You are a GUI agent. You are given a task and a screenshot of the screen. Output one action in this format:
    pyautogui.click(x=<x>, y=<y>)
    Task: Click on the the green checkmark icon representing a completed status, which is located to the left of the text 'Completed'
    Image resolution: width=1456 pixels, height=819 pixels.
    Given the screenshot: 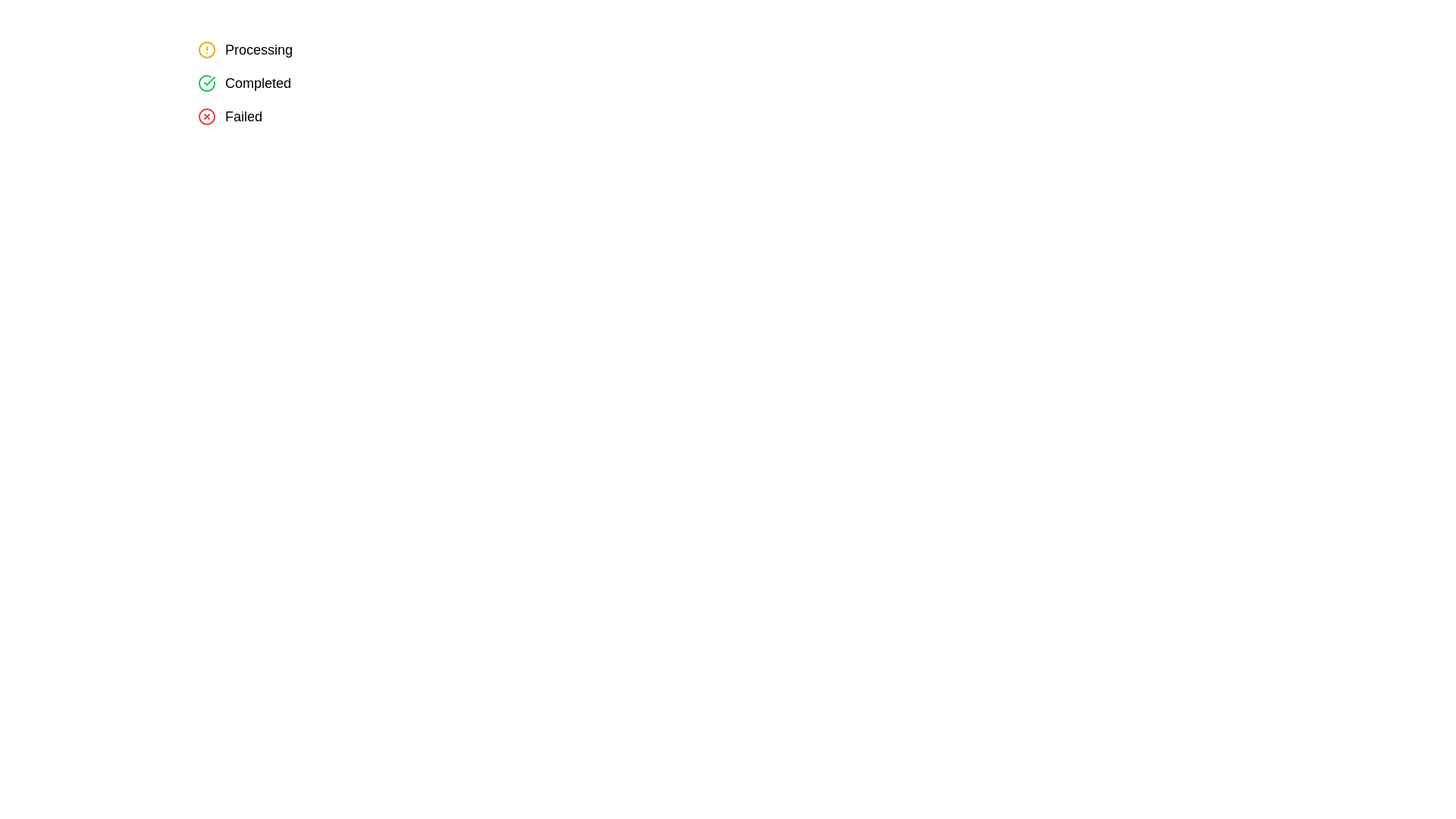 What is the action you would take?
    pyautogui.click(x=206, y=83)
    